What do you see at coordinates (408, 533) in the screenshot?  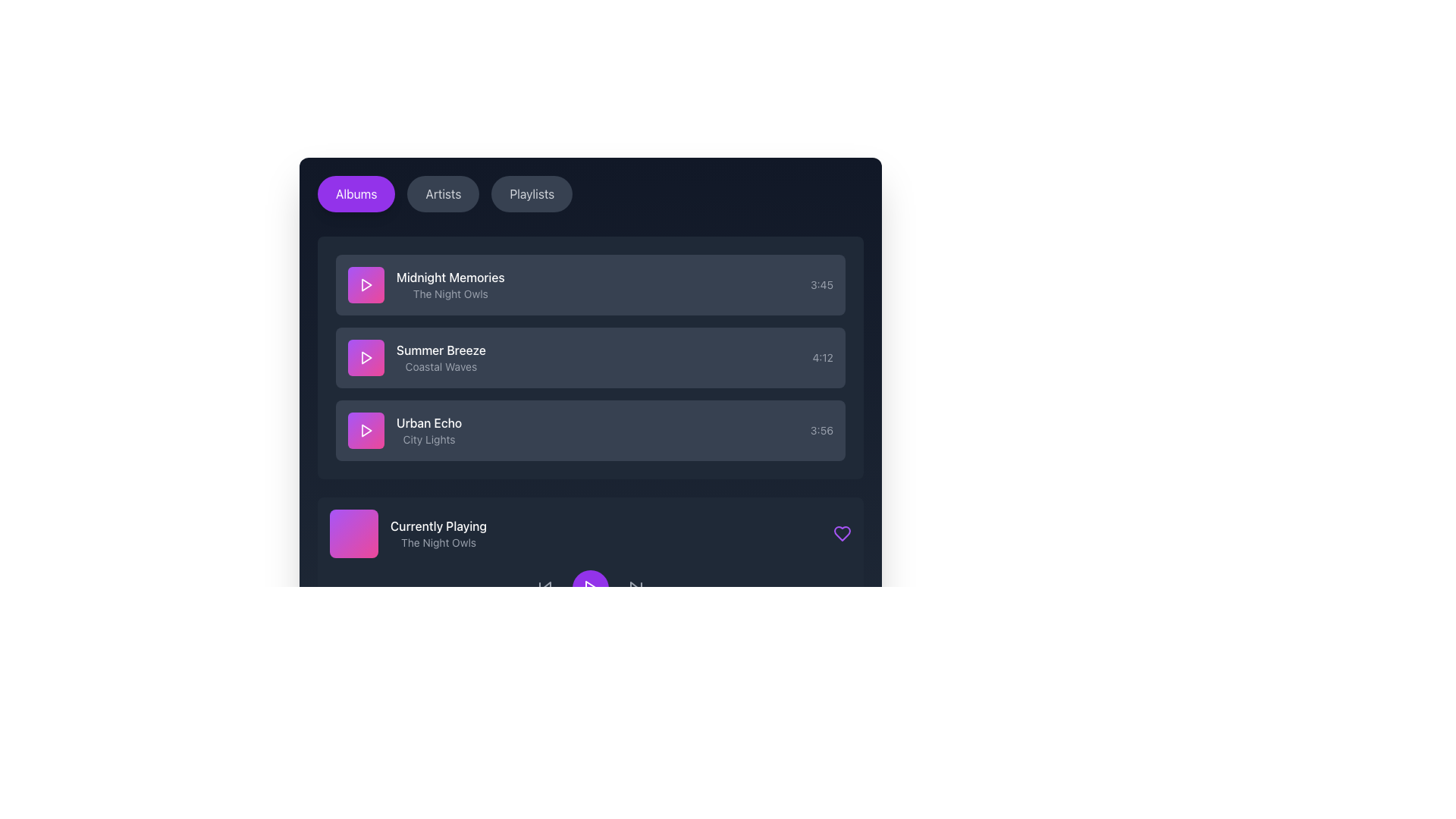 I see `the informational display block at the bottom of the music application interface` at bounding box center [408, 533].